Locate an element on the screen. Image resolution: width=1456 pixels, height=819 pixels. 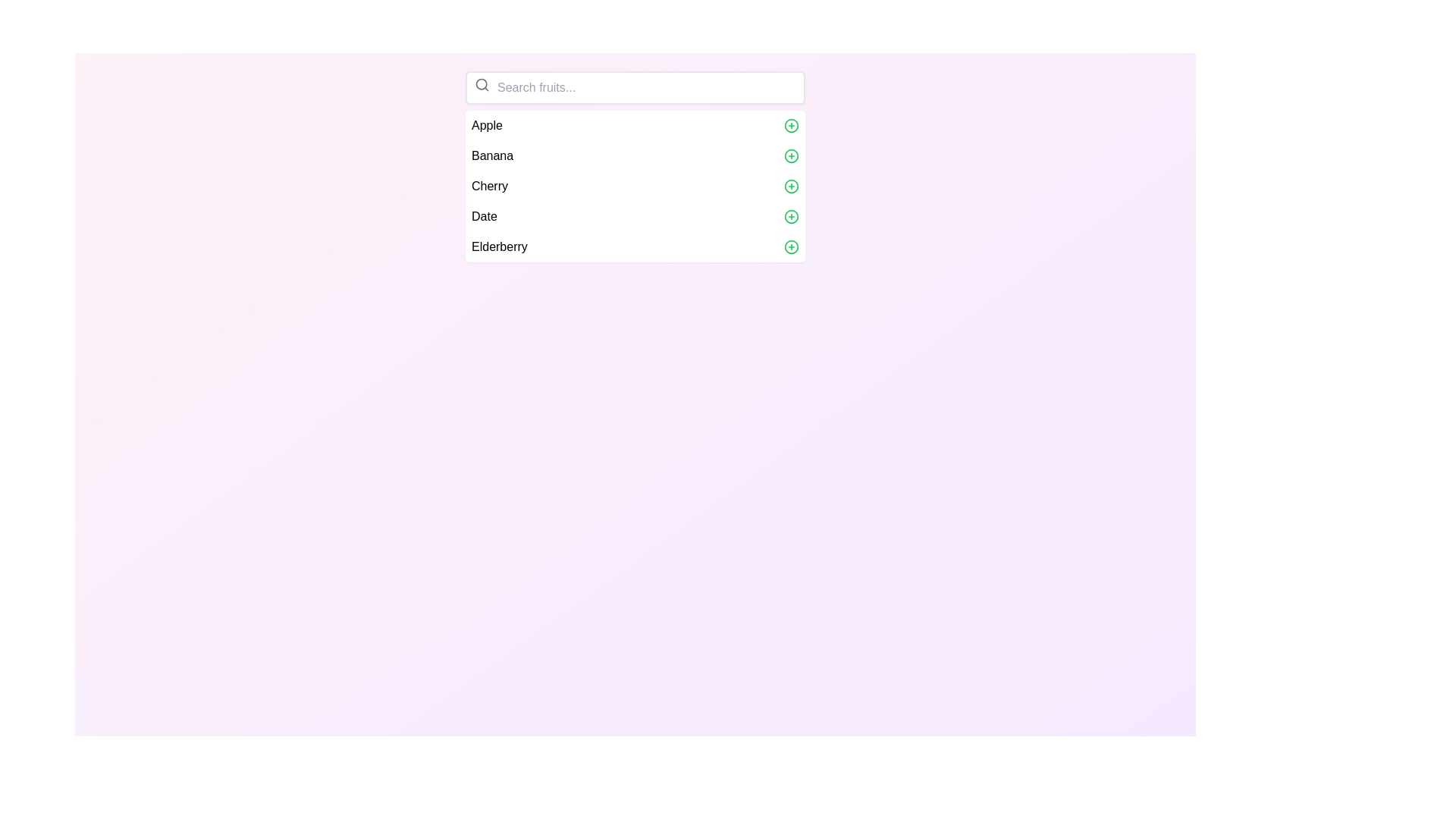
the SVG Circle that is part of the search icon, located in the top-left area of the search input field is located at coordinates (481, 84).